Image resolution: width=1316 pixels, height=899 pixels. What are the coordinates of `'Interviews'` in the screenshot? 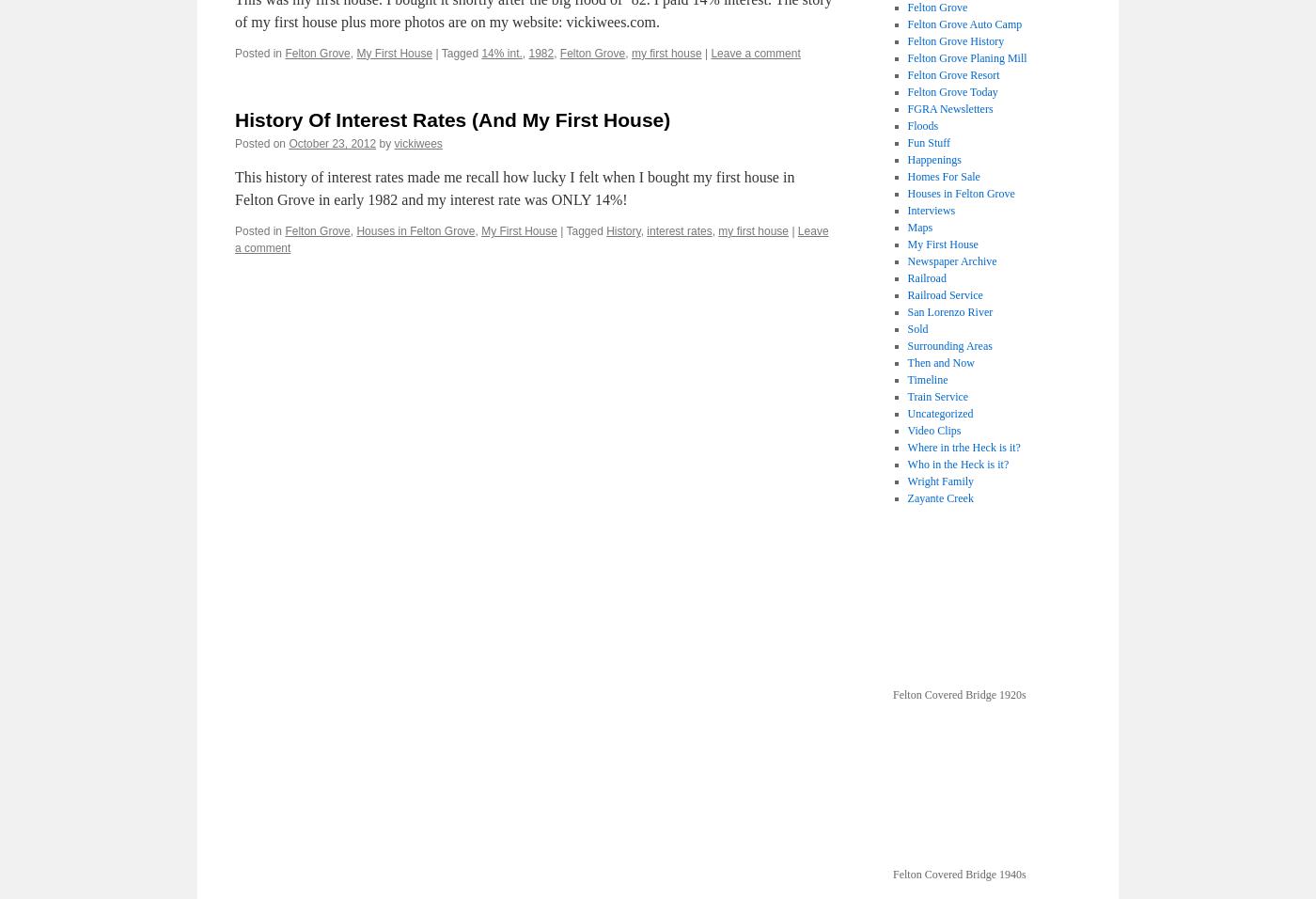 It's located at (931, 210).